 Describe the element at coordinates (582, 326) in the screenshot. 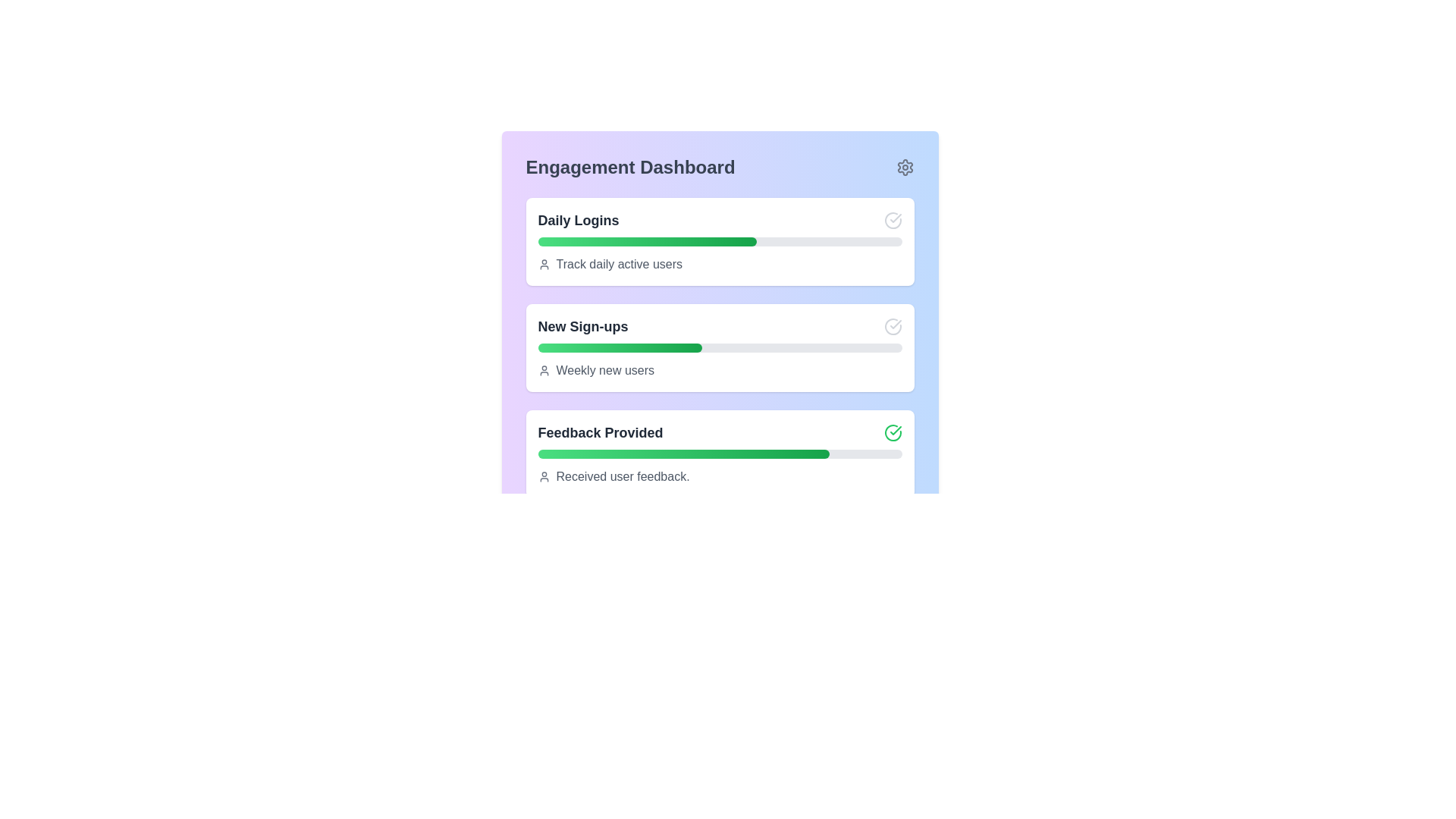

I see `the title label of the card section related to new sign-ups, located in the 'Engagement Dashboard' between 'Daily Logins' and 'Feedback Provided'` at that location.